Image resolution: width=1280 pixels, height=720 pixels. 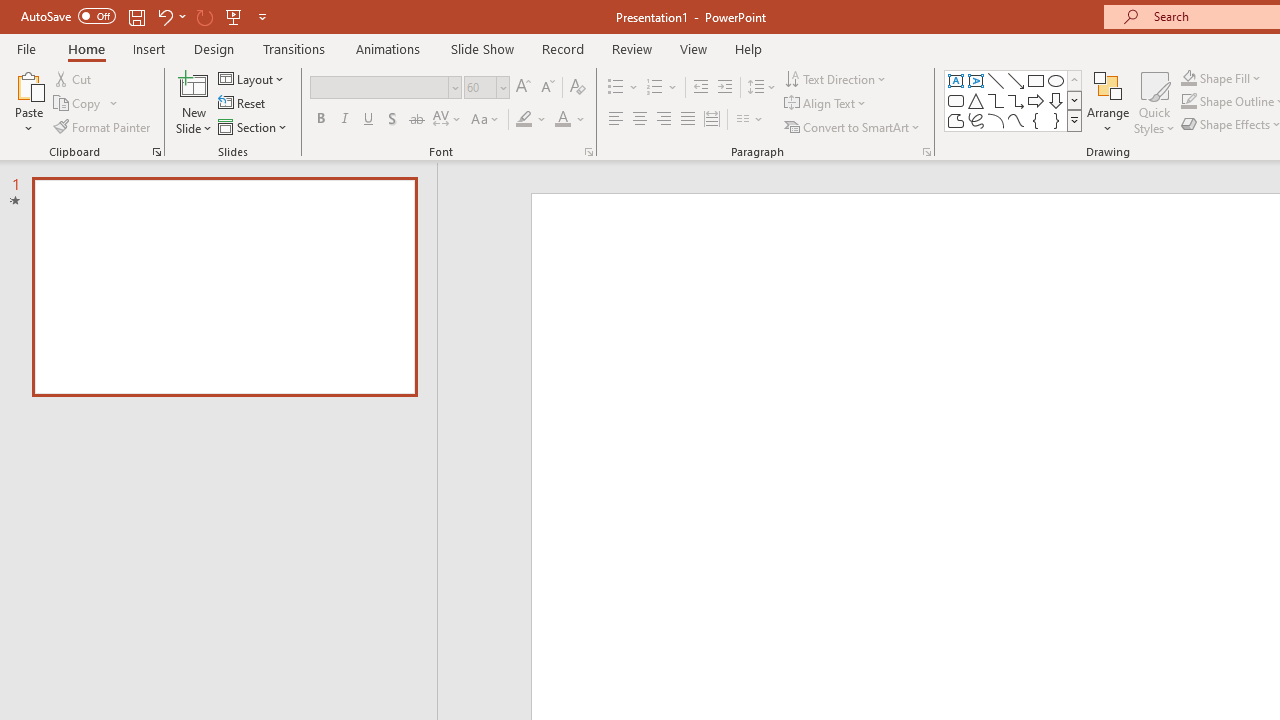 What do you see at coordinates (976, 120) in the screenshot?
I see `'Freeform: Scribble'` at bounding box center [976, 120].